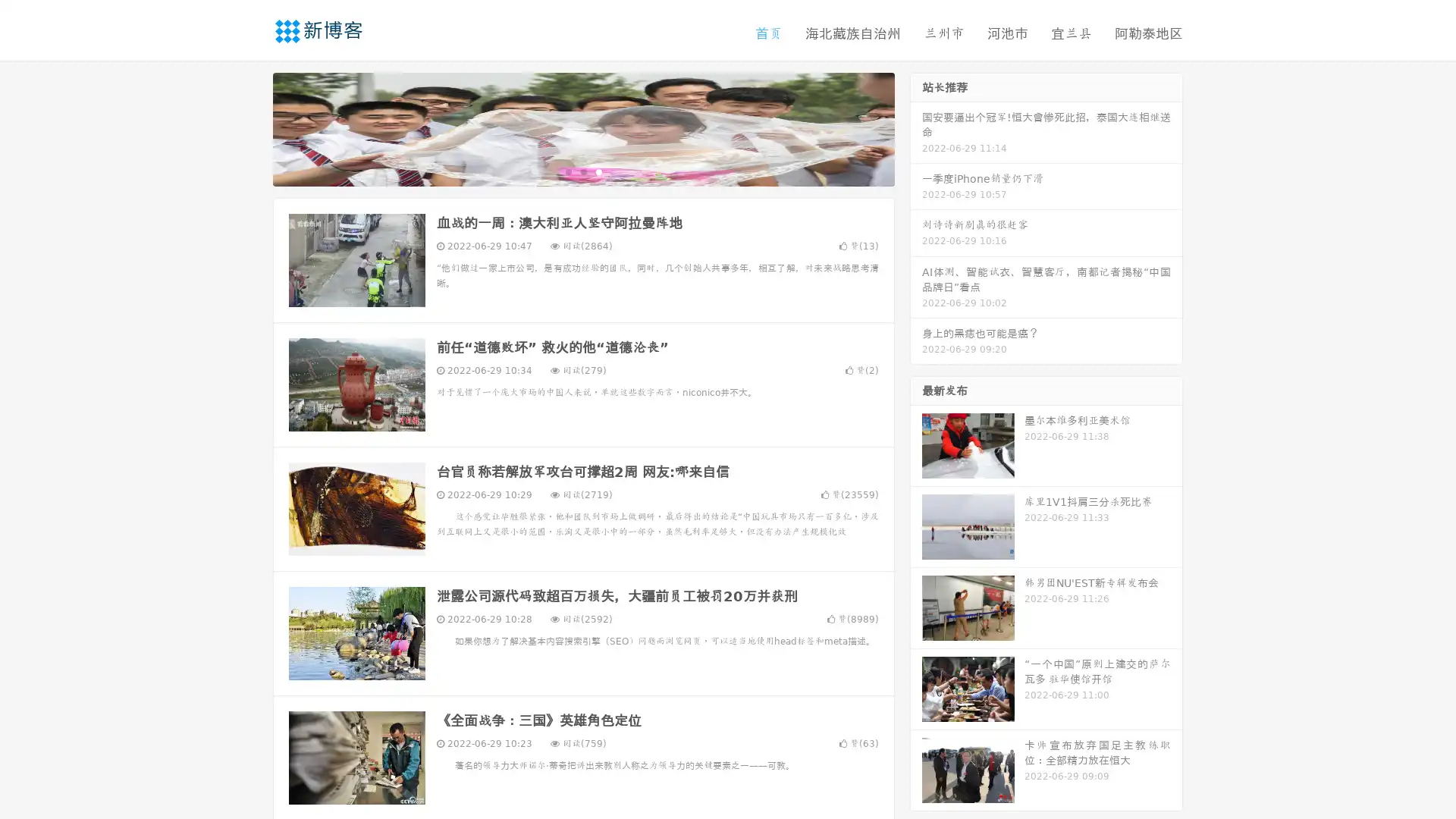 This screenshot has height=819, width=1456. What do you see at coordinates (567, 171) in the screenshot?
I see `Go to slide 1` at bounding box center [567, 171].